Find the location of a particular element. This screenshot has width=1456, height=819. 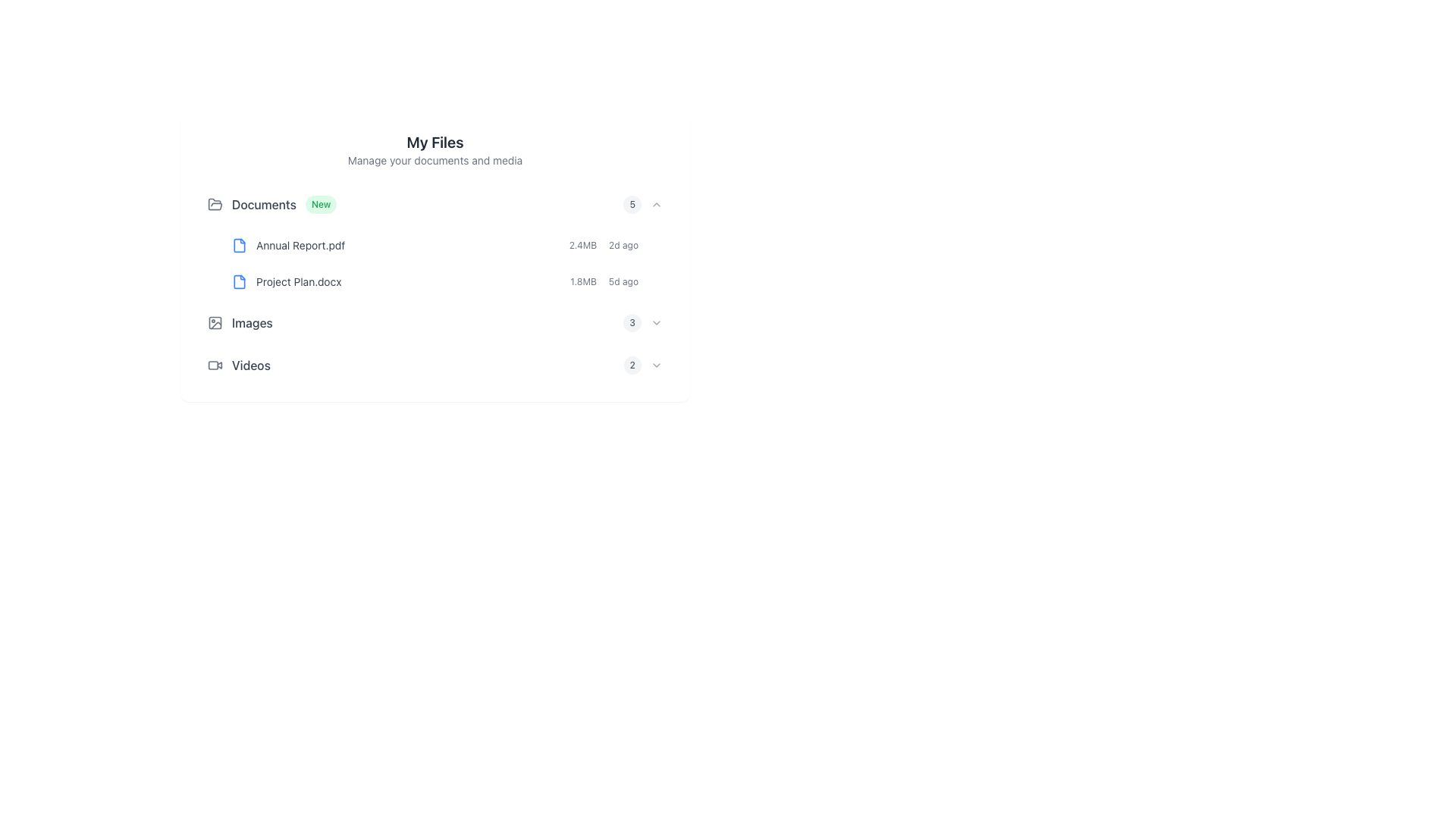

the second file entry in the 'Documents' section of the 'My Files' interface is located at coordinates (447, 281).